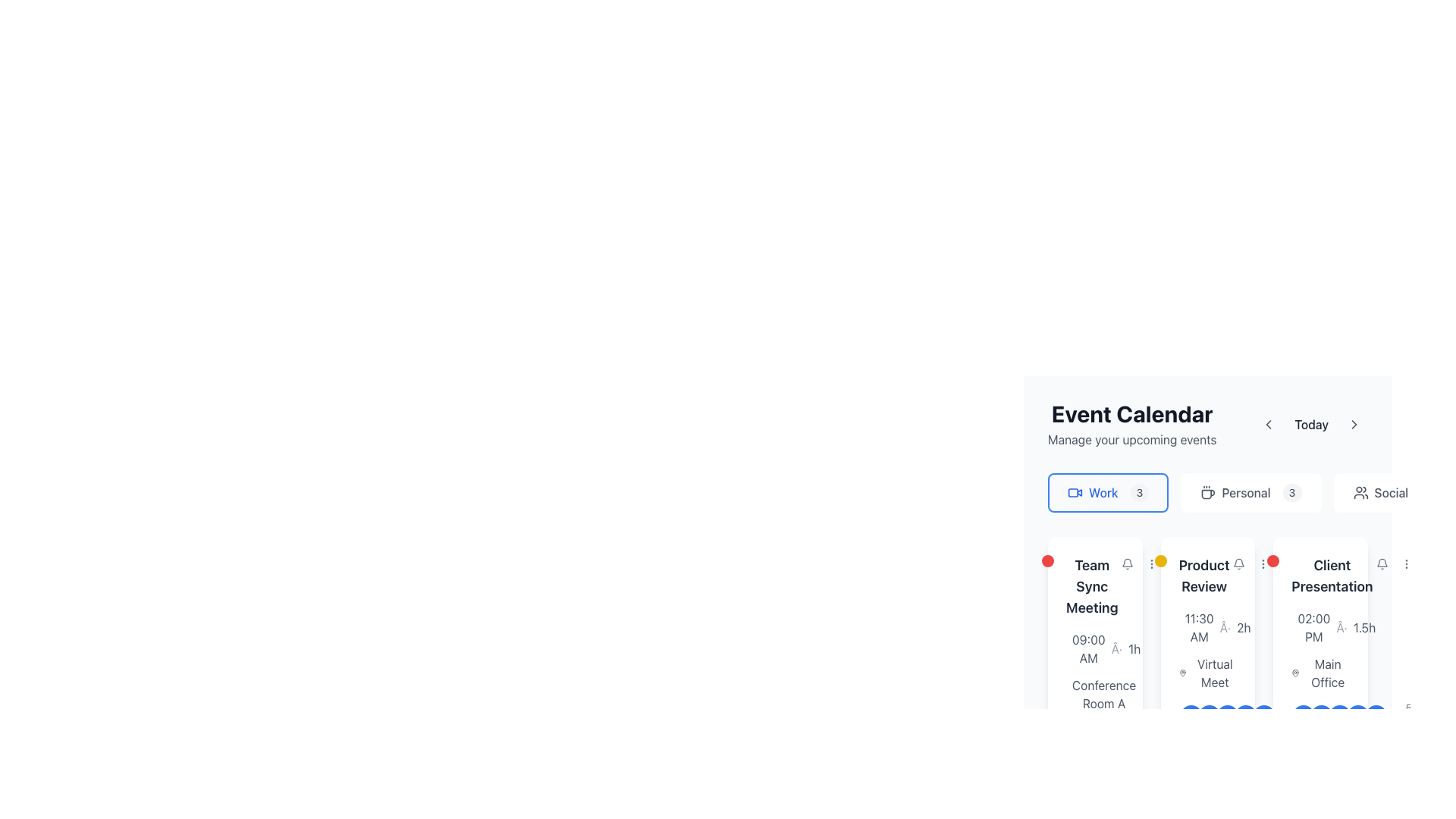  Describe the element at coordinates (1207, 665) in the screenshot. I see `the 'Product Review' event card located in the middle of the grid layout` at that location.